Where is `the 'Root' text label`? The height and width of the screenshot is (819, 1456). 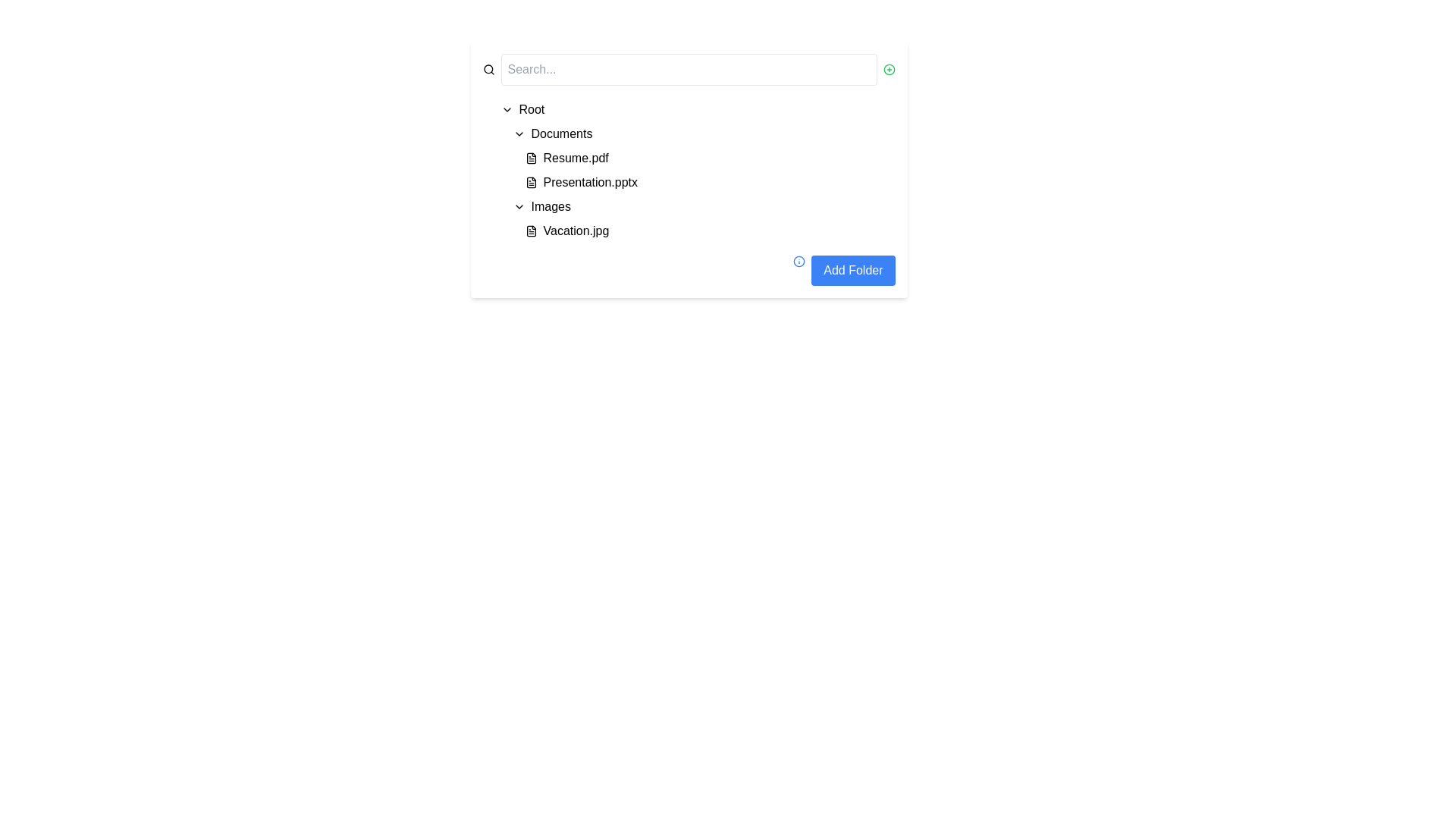 the 'Root' text label is located at coordinates (532, 109).